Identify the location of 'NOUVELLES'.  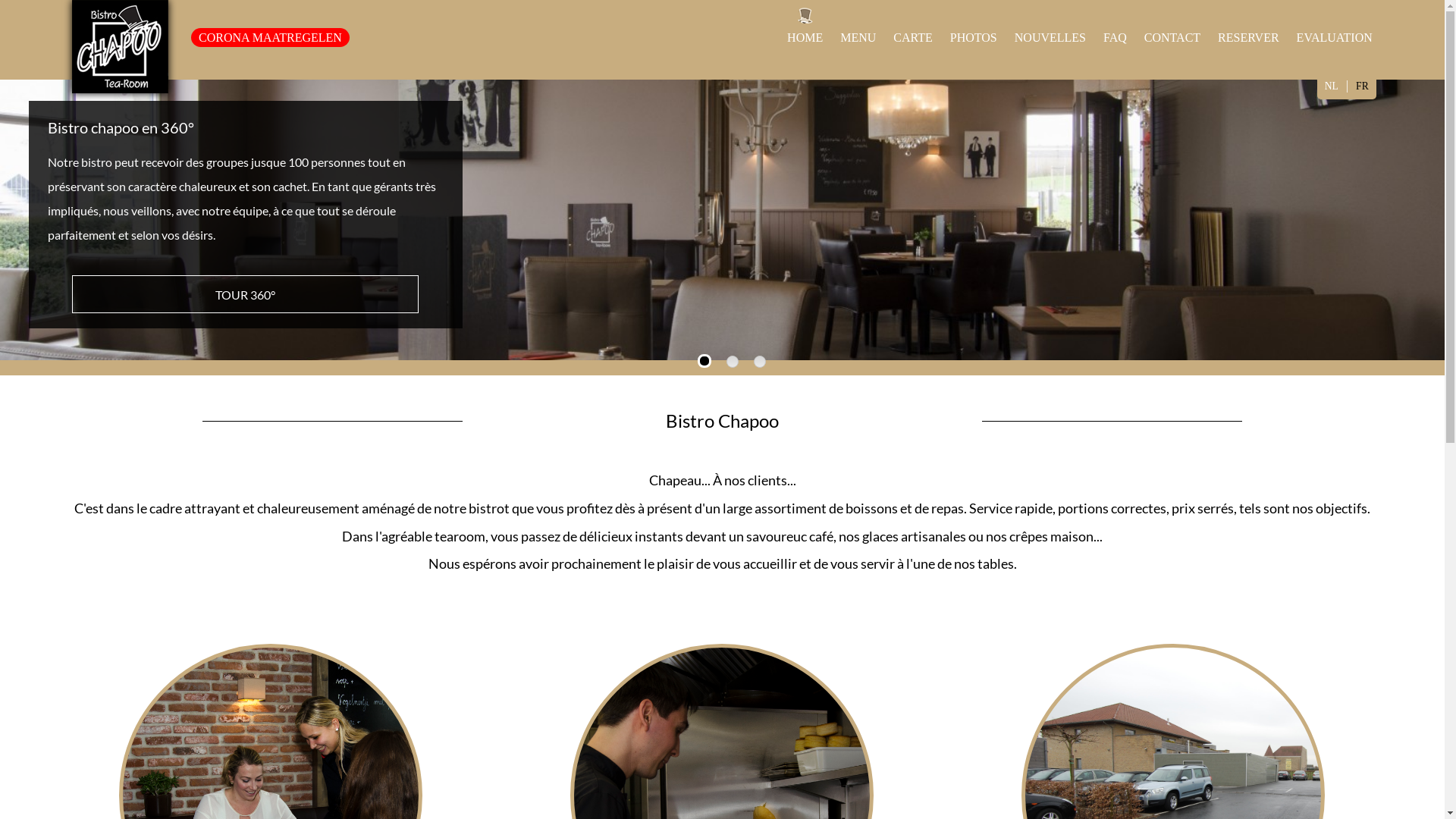
(1050, 36).